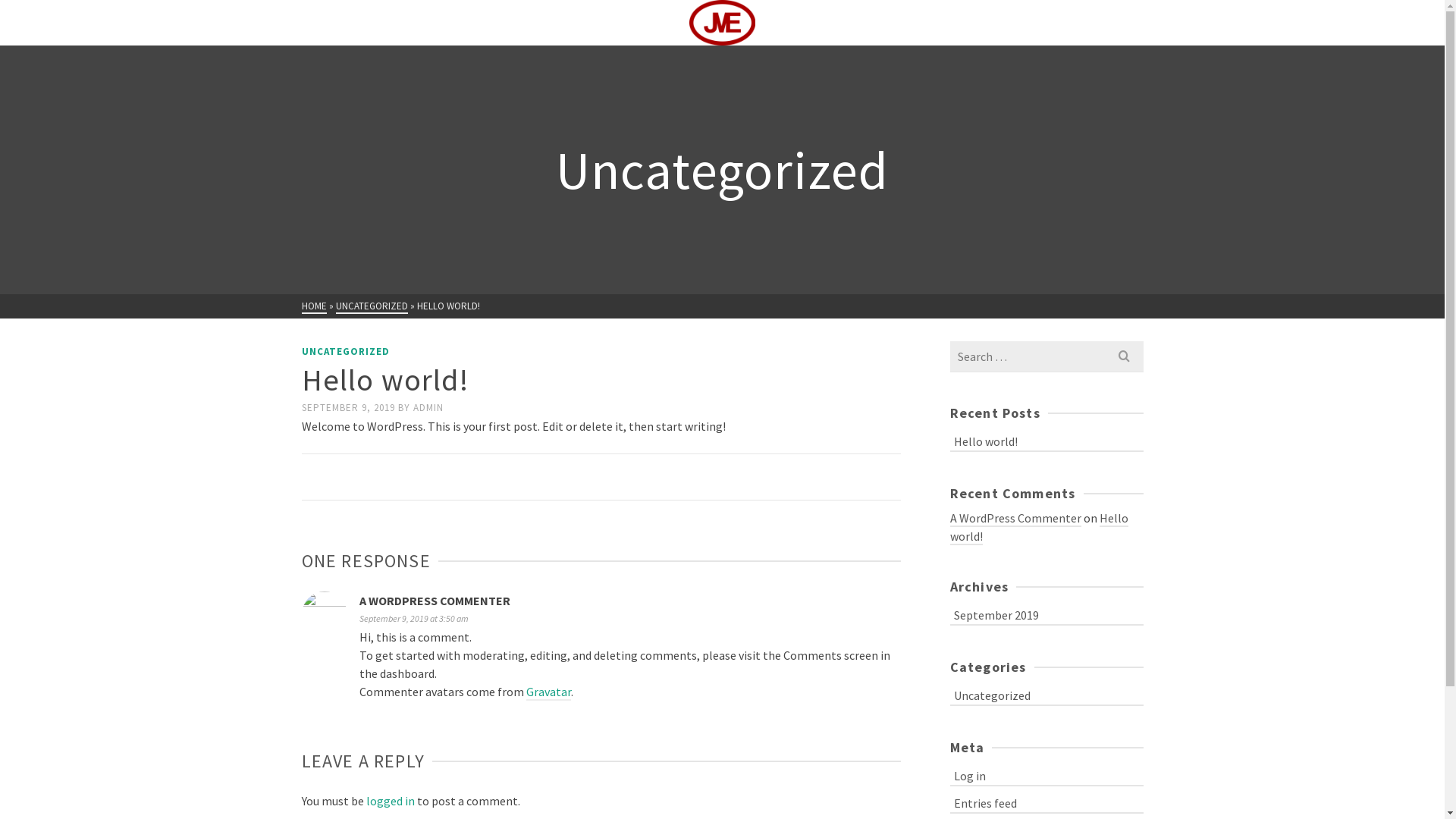  Describe the element at coordinates (414, 618) in the screenshot. I see `'September 9, 2019 at 3:50 am'` at that location.